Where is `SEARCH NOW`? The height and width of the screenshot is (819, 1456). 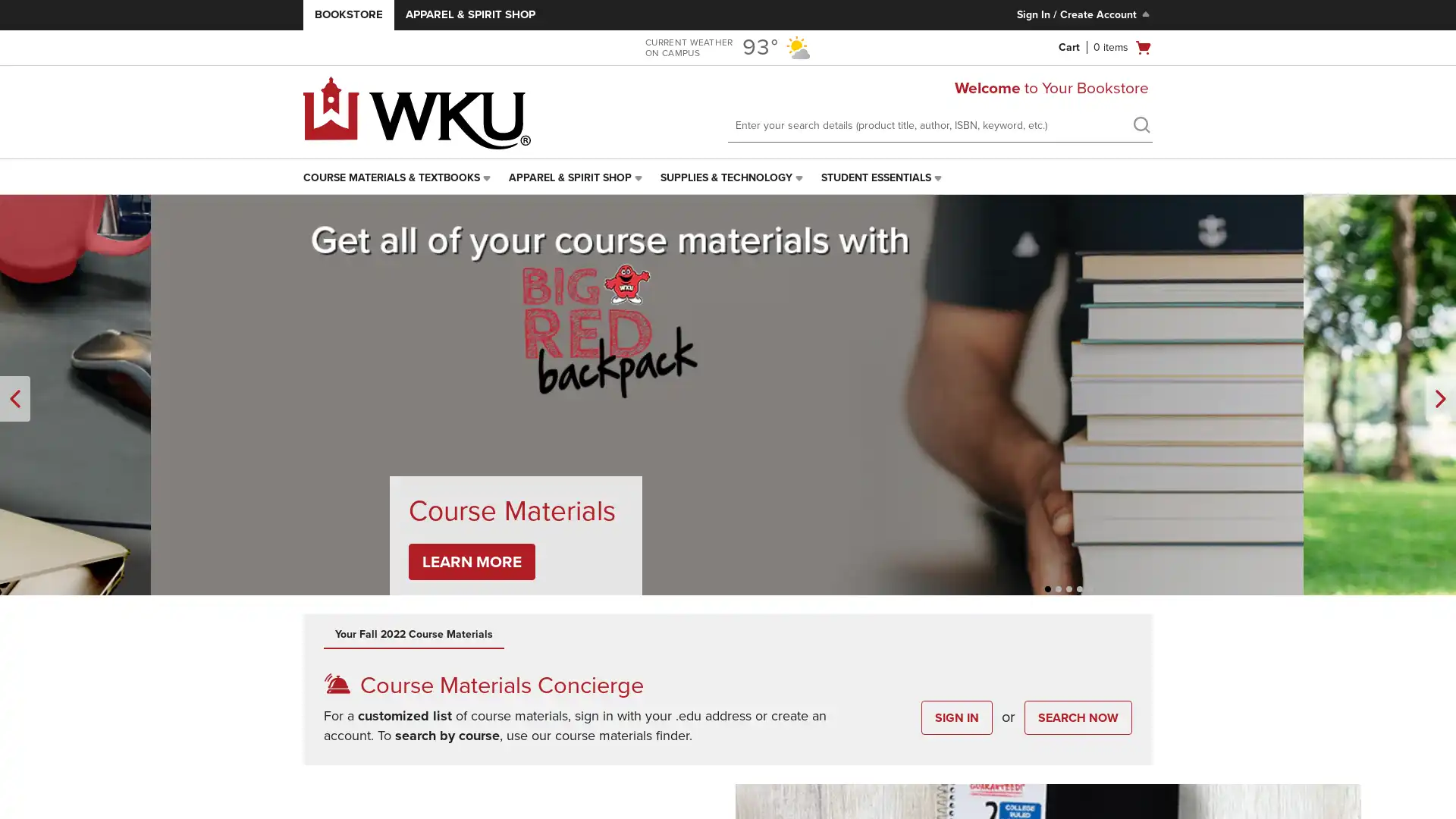
SEARCH NOW is located at coordinates (1077, 717).